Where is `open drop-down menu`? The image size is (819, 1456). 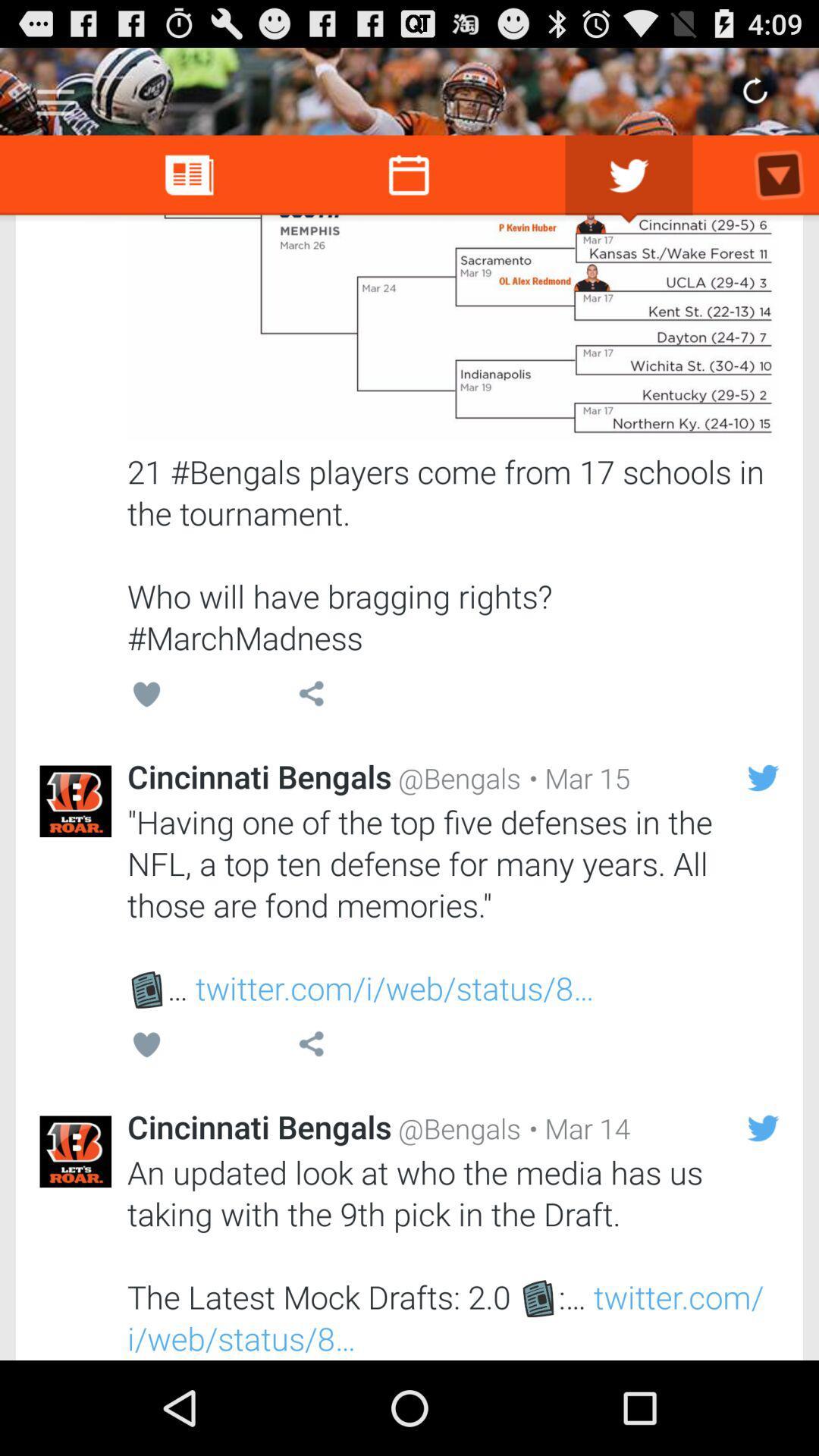
open drop-down menu is located at coordinates (55, 96).